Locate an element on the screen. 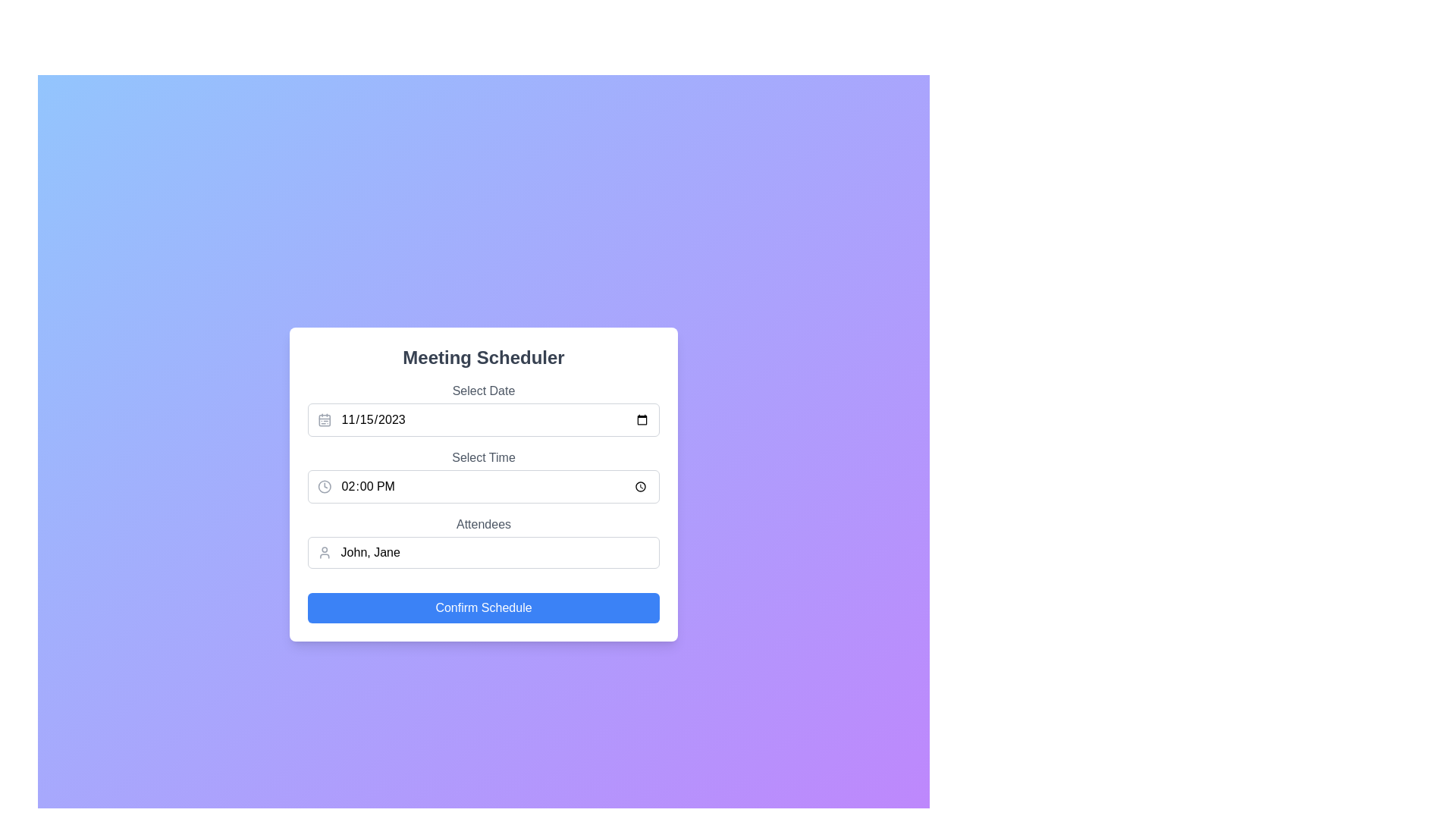  the 'Confirm Schedule' button, which is a rectangular button with rounded corners and a blue background, located at the bottom of the 'Attendees' section is located at coordinates (483, 607).